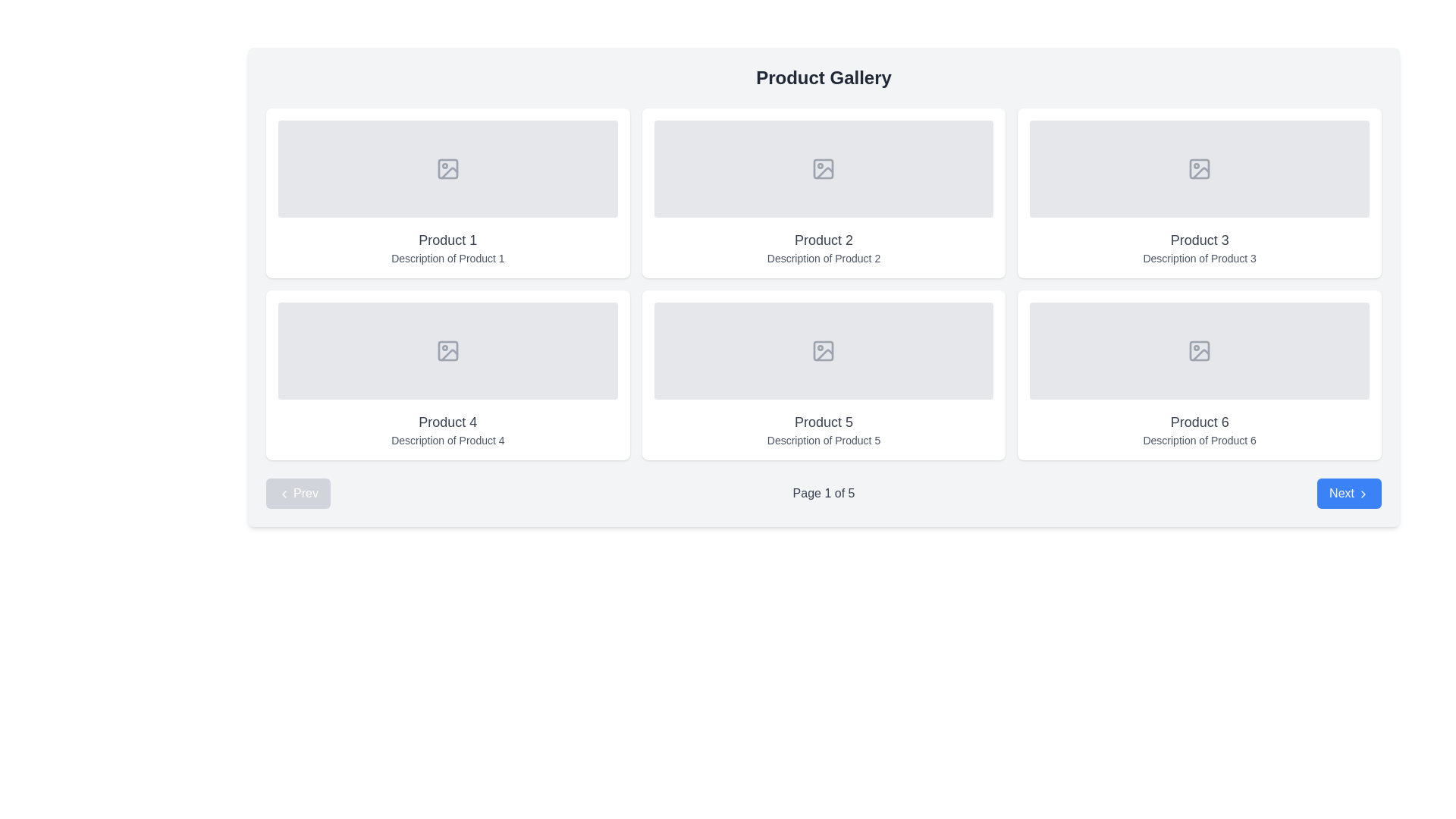  I want to click on the leftmost navigation button that allows users to go to the previous page in a paginated view, located to the left of 'Page 1 of 5', so click(298, 494).